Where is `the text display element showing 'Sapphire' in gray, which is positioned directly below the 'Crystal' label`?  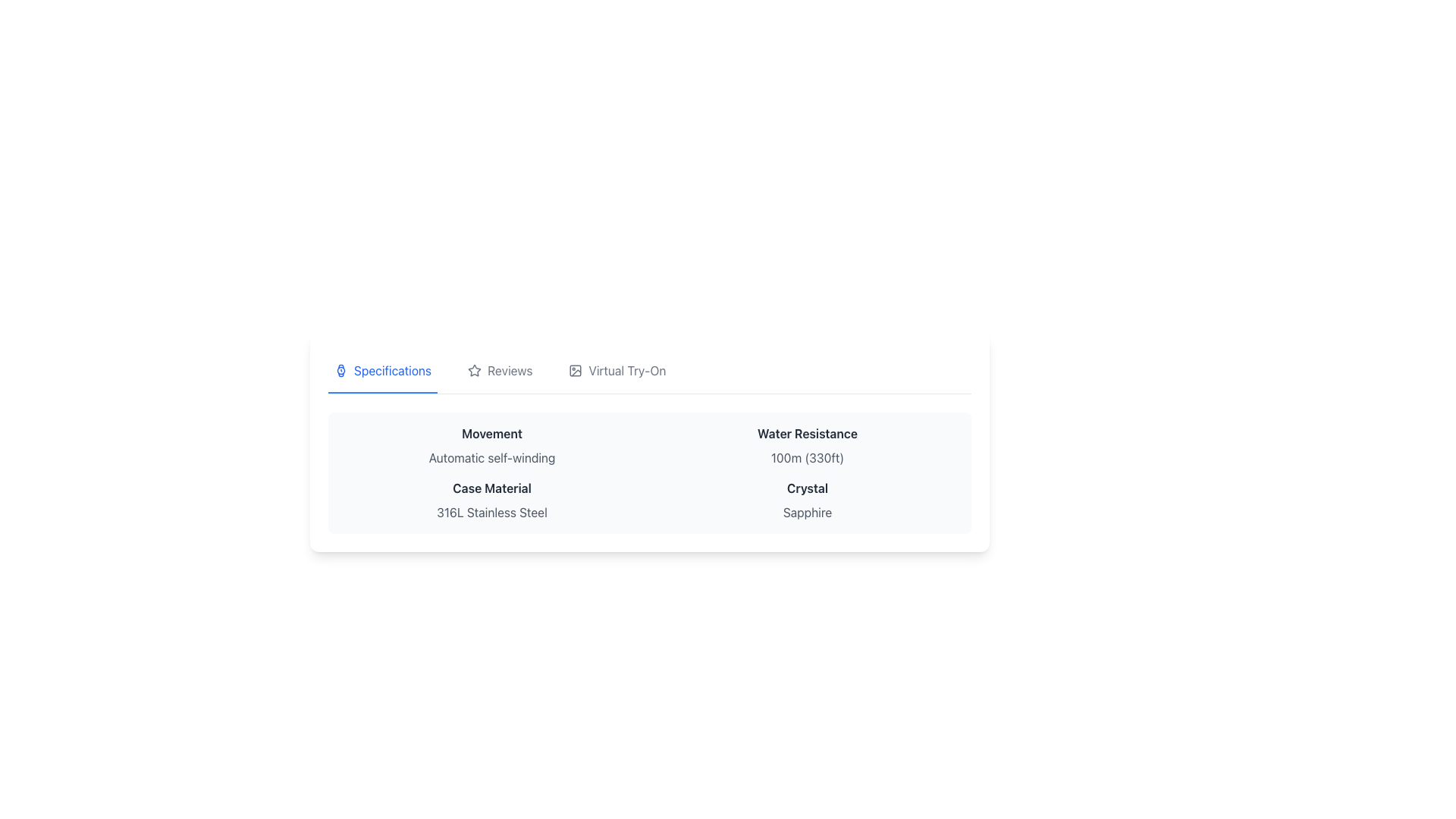
the text display element showing 'Sapphire' in gray, which is positioned directly below the 'Crystal' label is located at coordinates (807, 512).